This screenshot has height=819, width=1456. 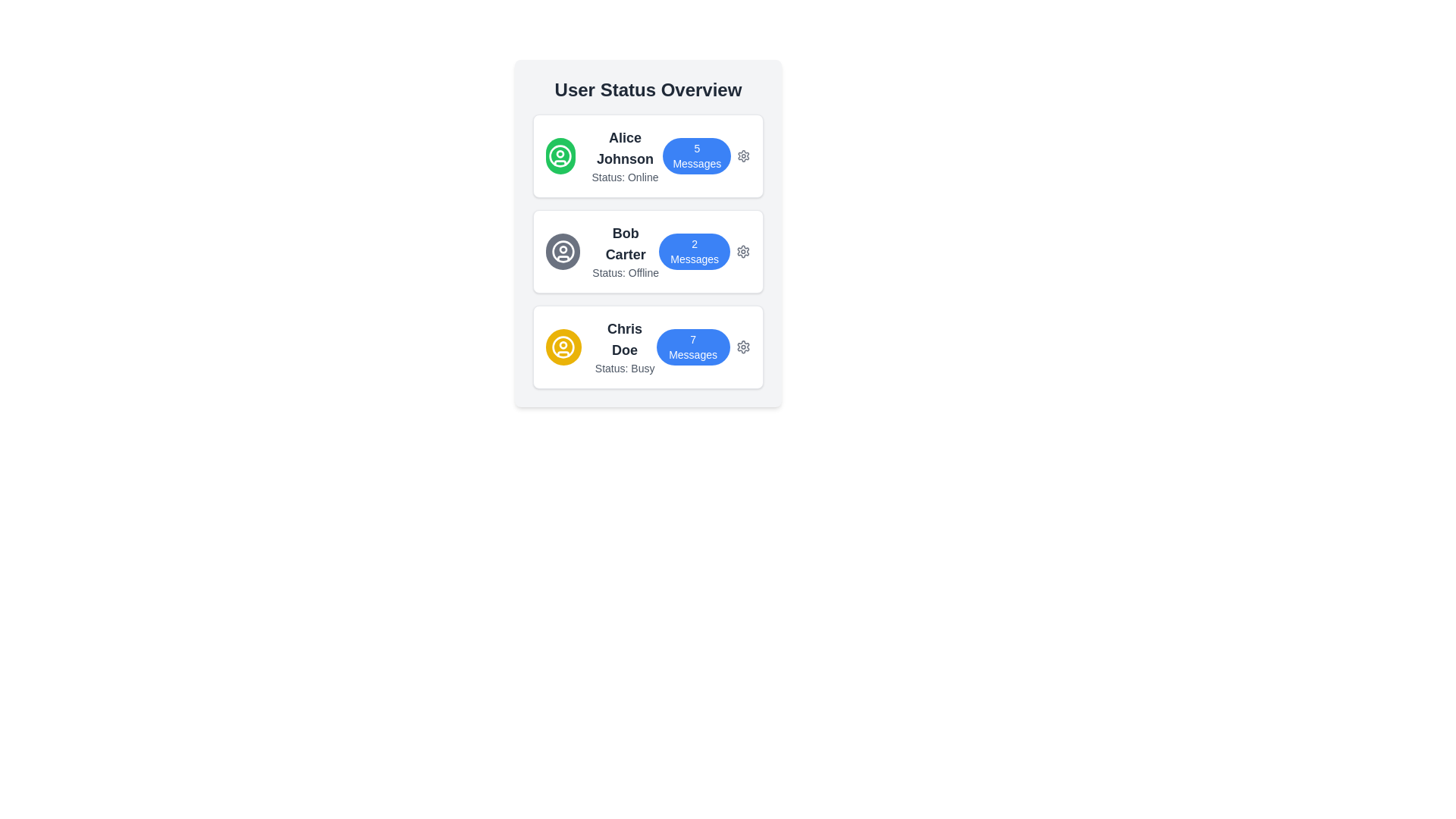 What do you see at coordinates (625, 347) in the screenshot?
I see `the Text Label displaying the name and current status of the user 'Chris Doe' in the 'User Status Overview' section, located between a circular yellow icon and a blue button labeled '7 Messages'` at bounding box center [625, 347].